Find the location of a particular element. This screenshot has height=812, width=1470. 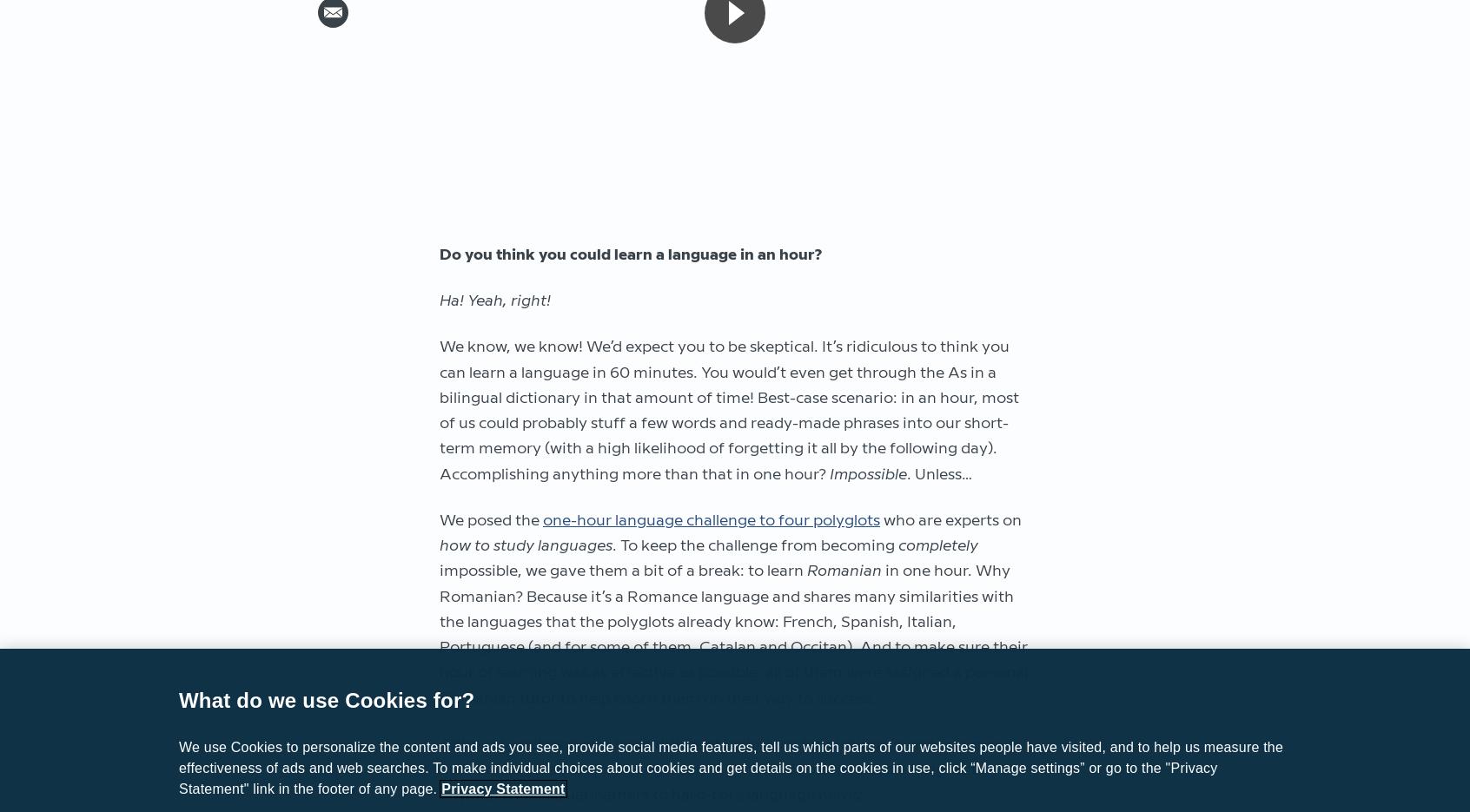

'how to study languages' is located at coordinates (440, 545).